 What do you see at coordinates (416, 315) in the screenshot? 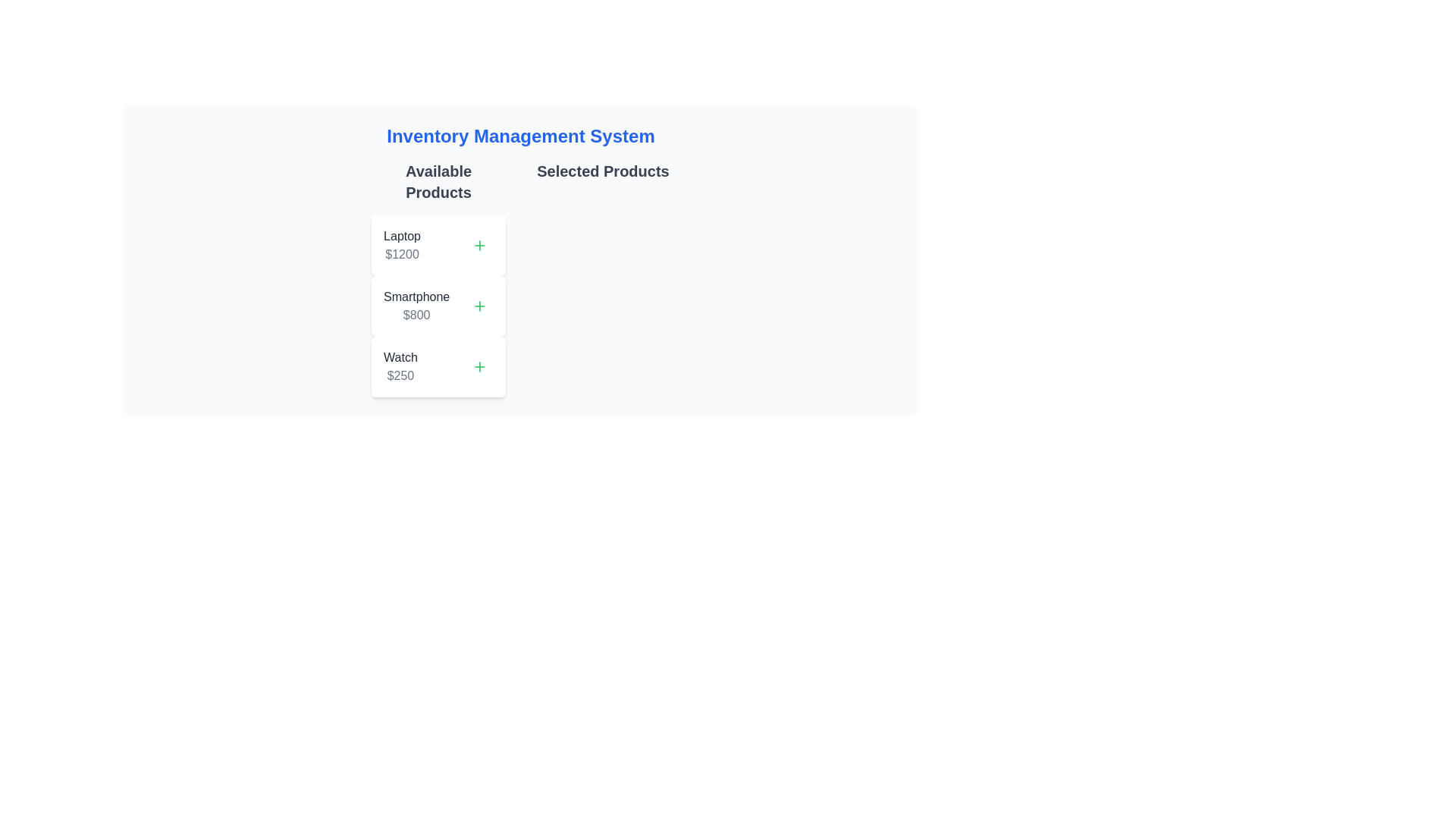
I see `the price label of the smartphone located below the 'Smartphone' text in the second row of the 'Available Products' list` at bounding box center [416, 315].